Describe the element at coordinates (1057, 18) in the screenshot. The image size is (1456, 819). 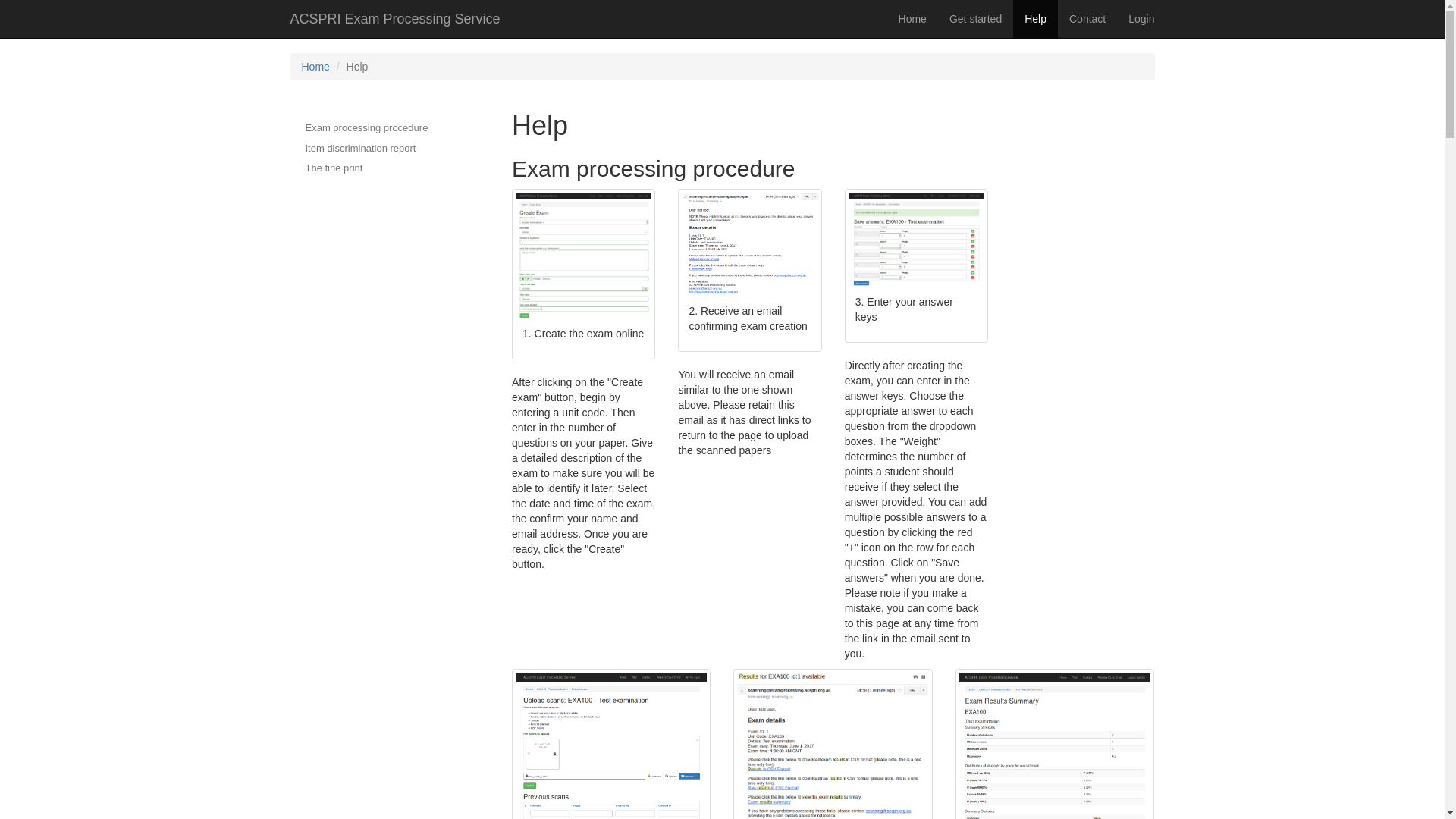
I see `'Contact'` at that location.